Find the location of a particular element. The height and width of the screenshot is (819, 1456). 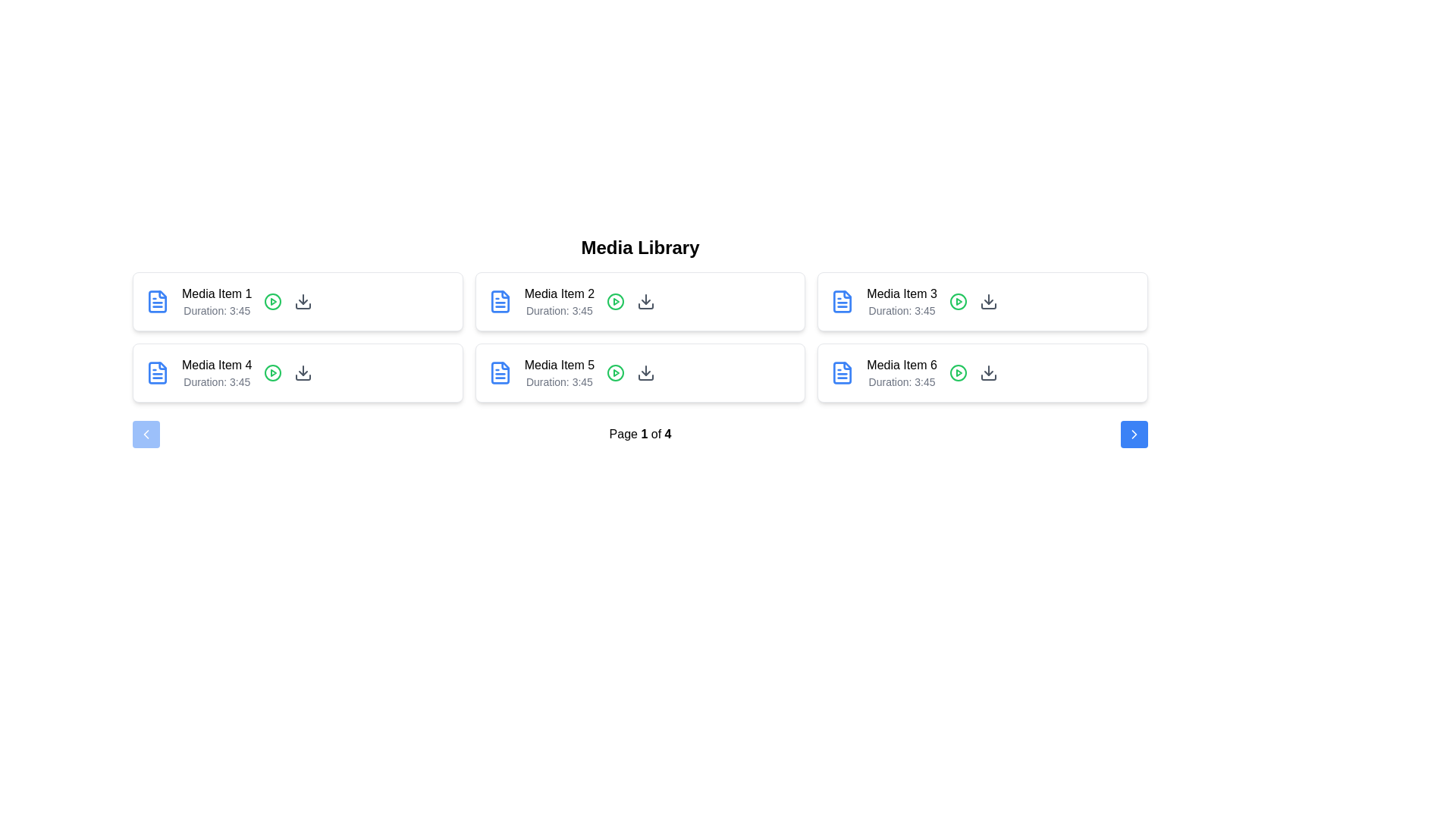

the text label element displaying 'Duration: 3:45' located within the media card labeled 'Media Item 3' in the top-right quadrant is located at coordinates (902, 309).